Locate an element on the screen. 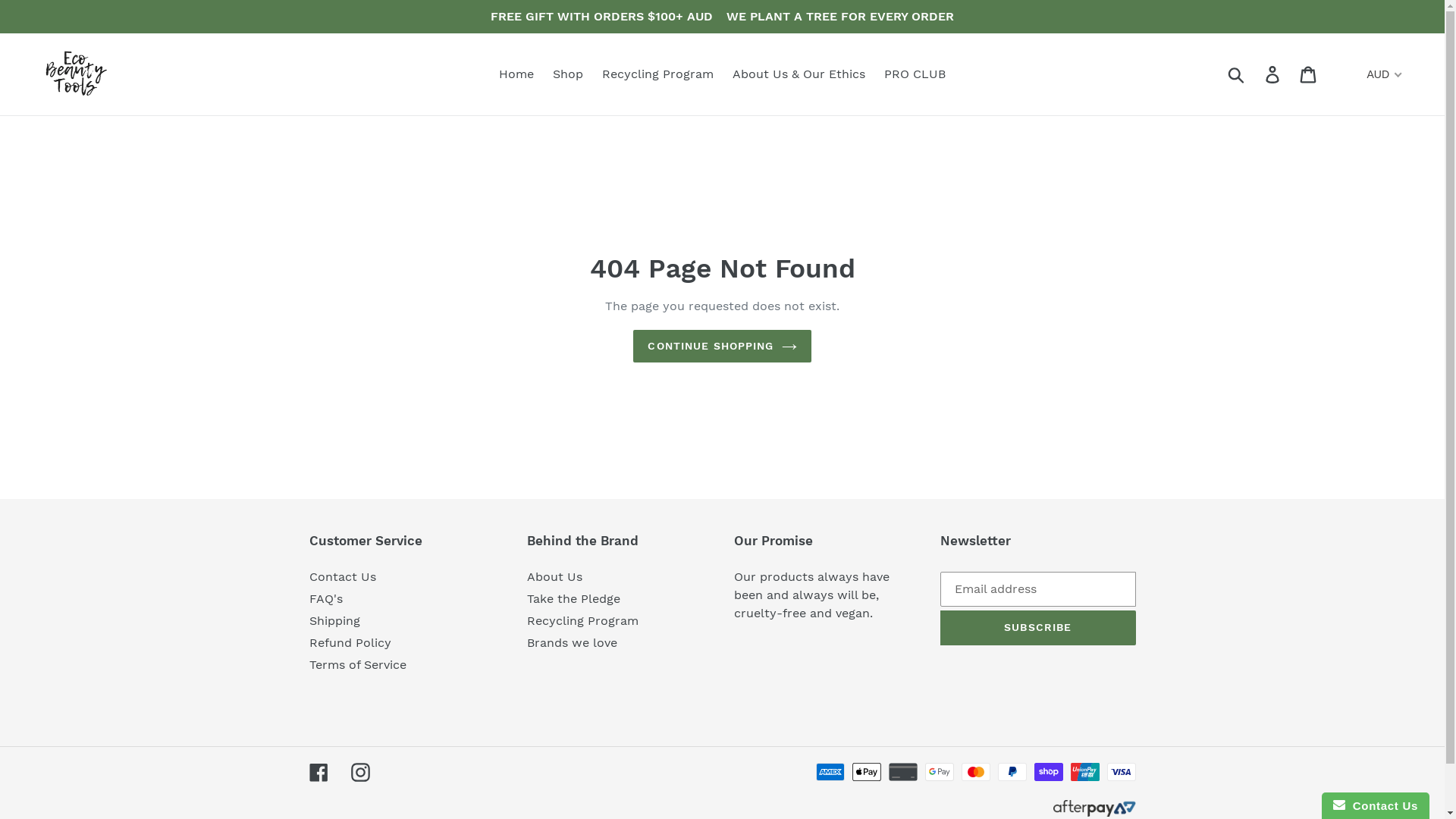  'About Us' is located at coordinates (527, 576).